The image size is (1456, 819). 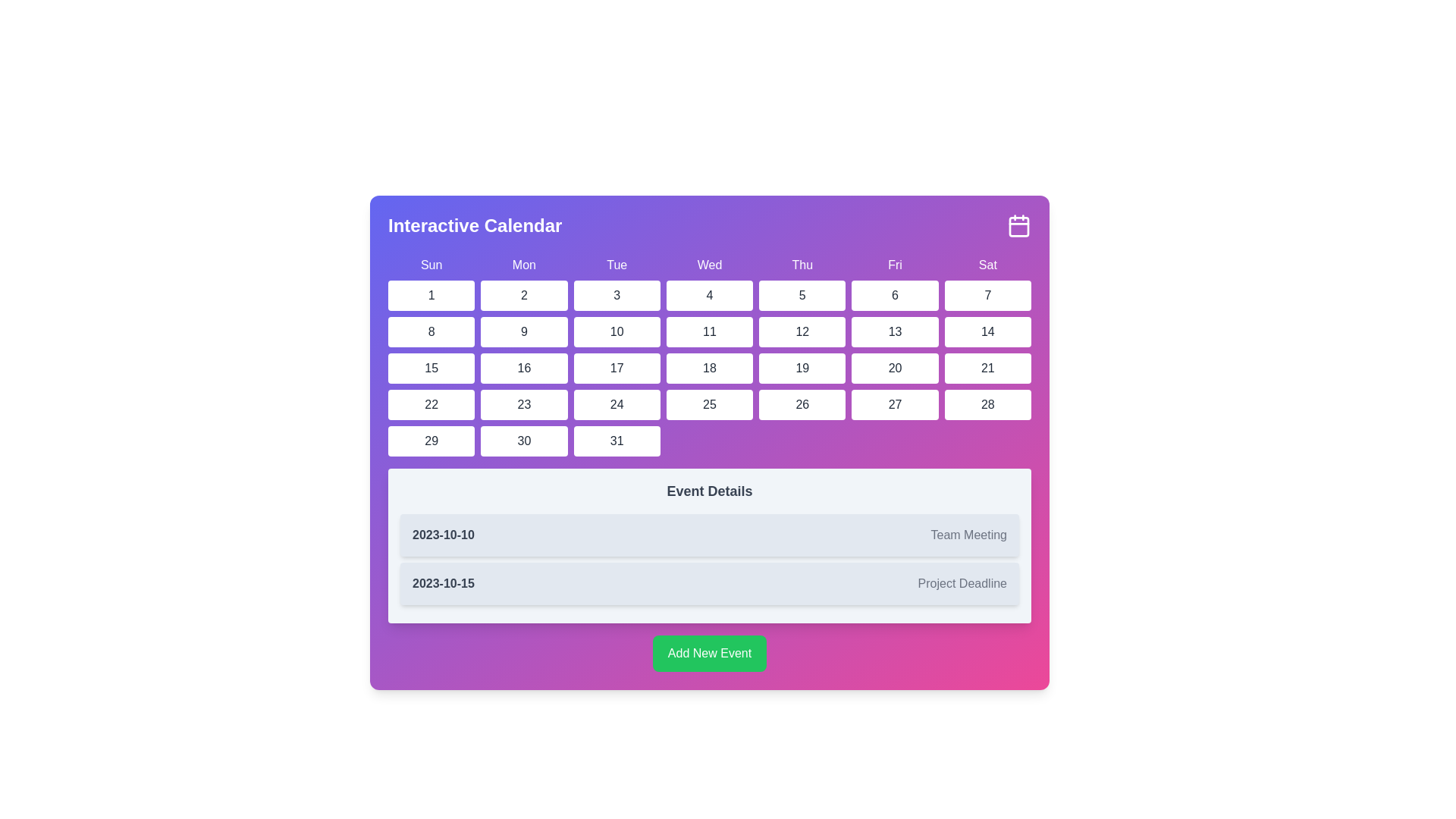 What do you see at coordinates (1019, 227) in the screenshot?
I see `rounded rectangle element inside the calendar icon located at the top-right corner of the interface for information` at bounding box center [1019, 227].